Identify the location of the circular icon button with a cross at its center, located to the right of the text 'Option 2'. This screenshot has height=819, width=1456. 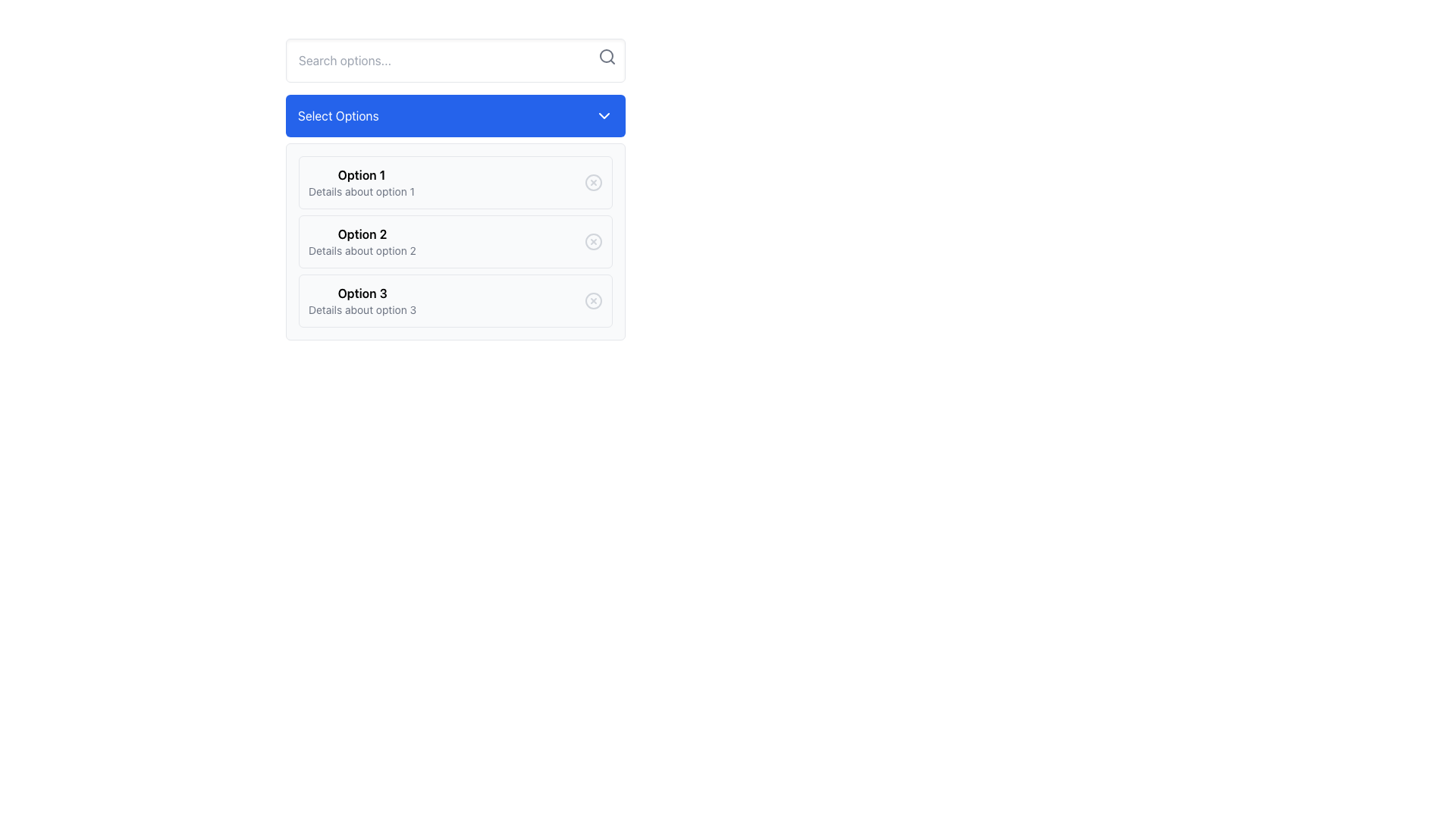
(592, 241).